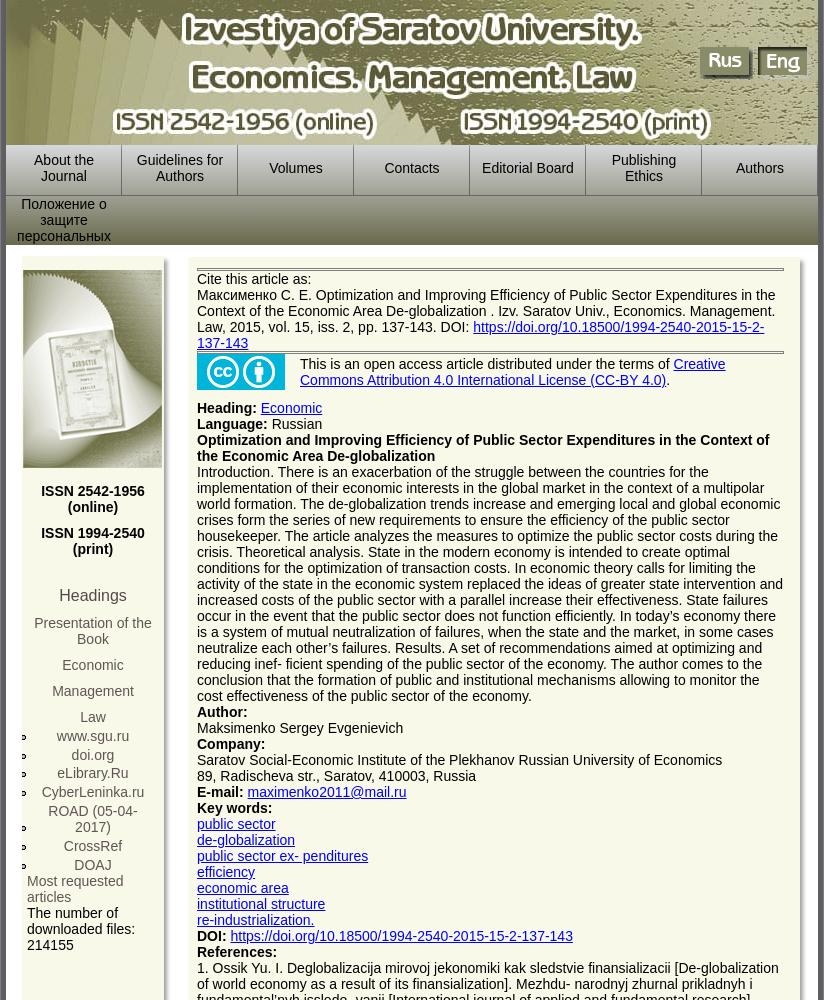  Describe the element at coordinates (220, 792) in the screenshot. I see `'E-mail:'` at that location.